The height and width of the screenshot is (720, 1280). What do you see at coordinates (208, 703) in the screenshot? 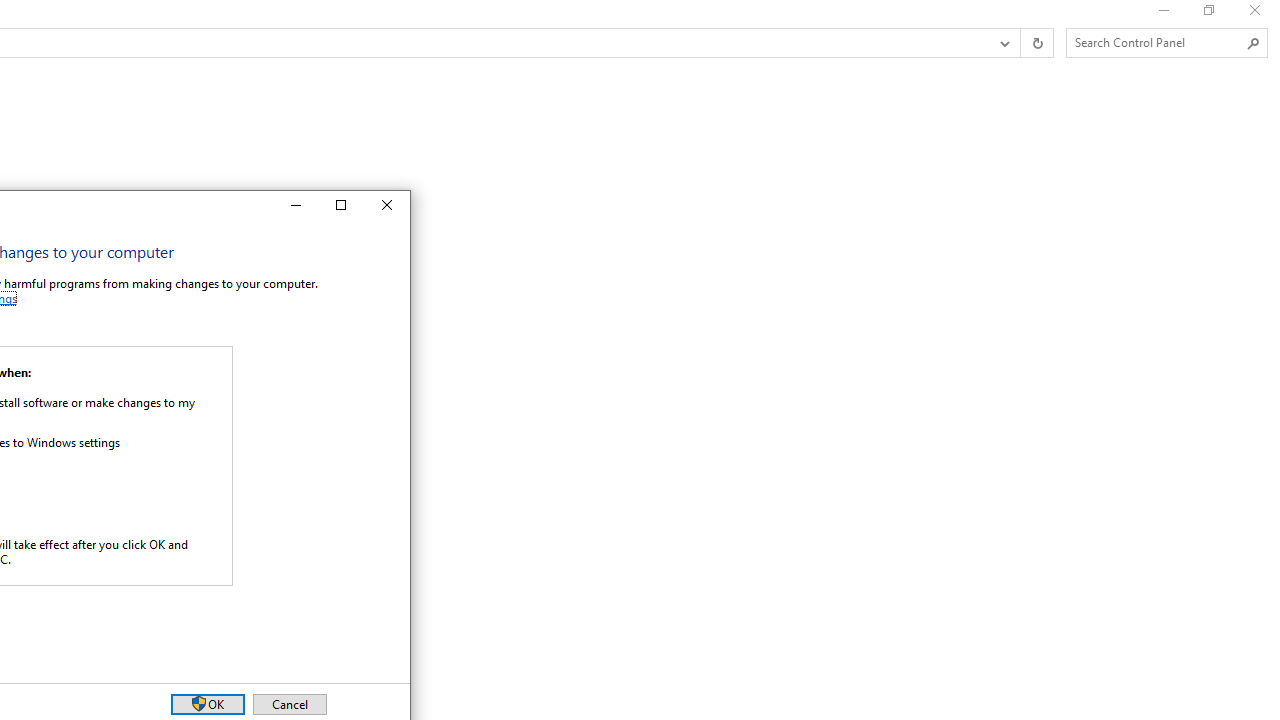
I see `'OK'` at bounding box center [208, 703].